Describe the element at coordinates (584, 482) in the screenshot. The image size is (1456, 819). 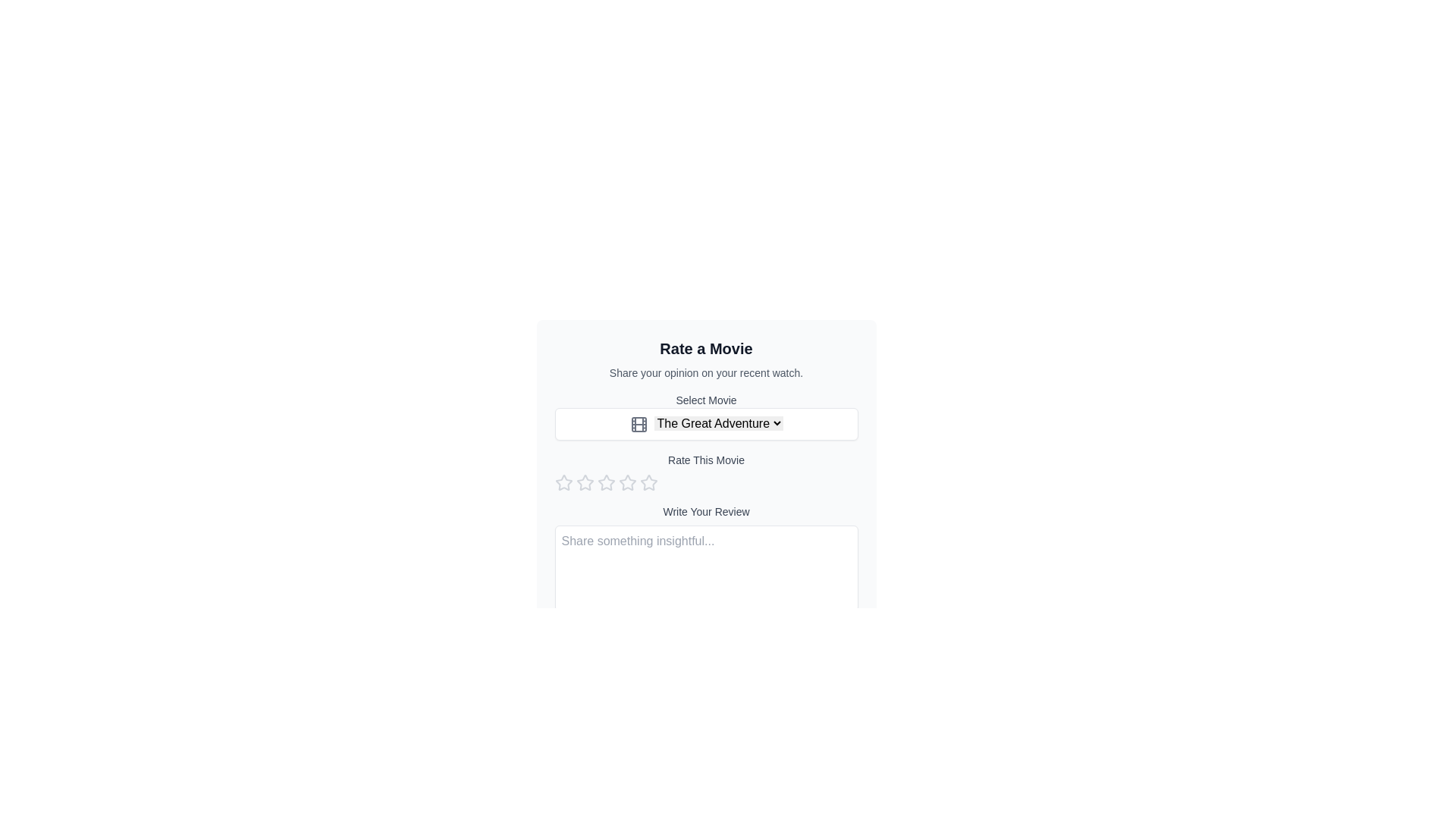
I see `the first star icon in the rating sequence` at that location.